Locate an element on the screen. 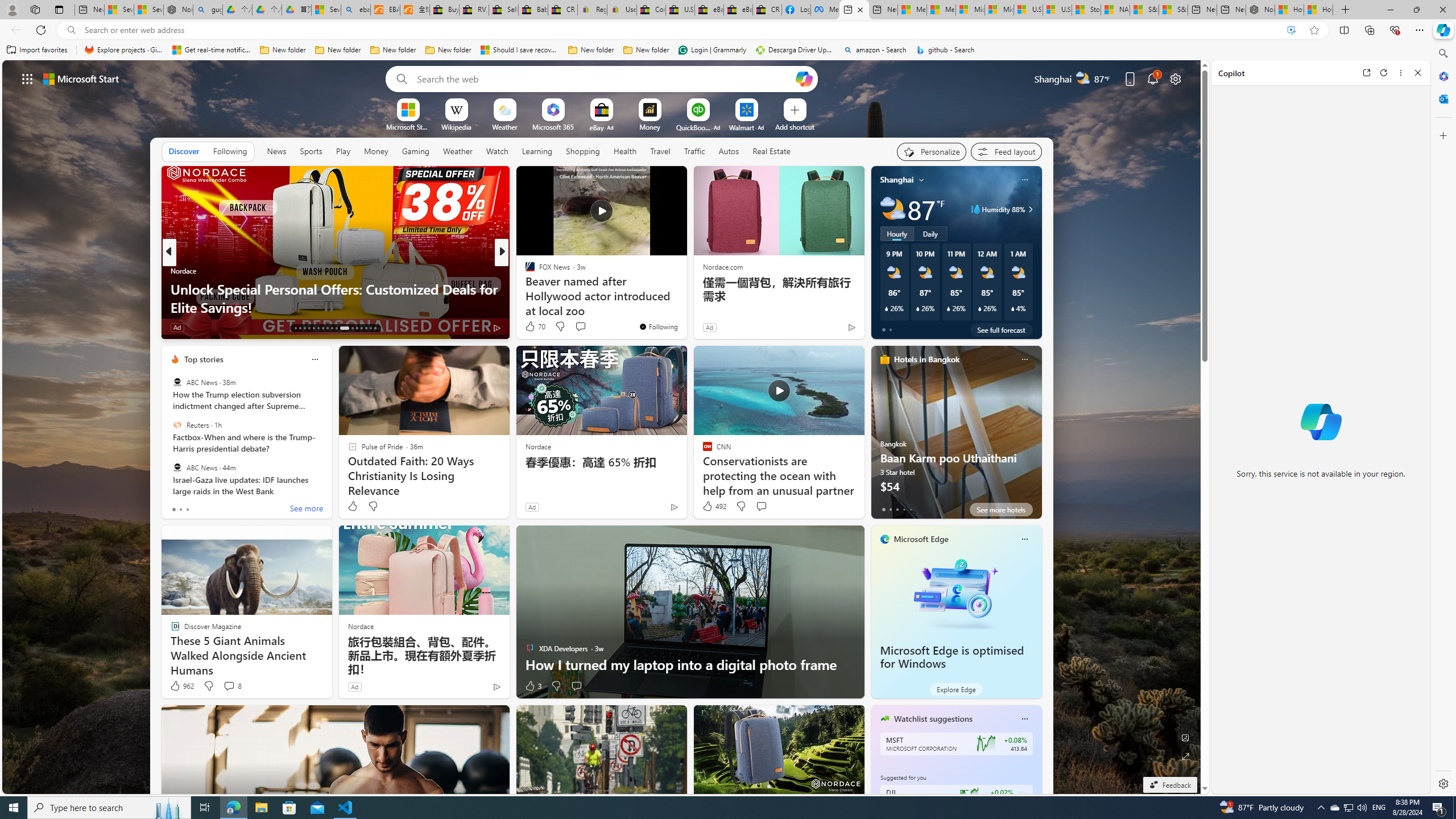 The width and height of the screenshot is (1456, 819). 'Minimize' is located at coordinates (1389, 9).